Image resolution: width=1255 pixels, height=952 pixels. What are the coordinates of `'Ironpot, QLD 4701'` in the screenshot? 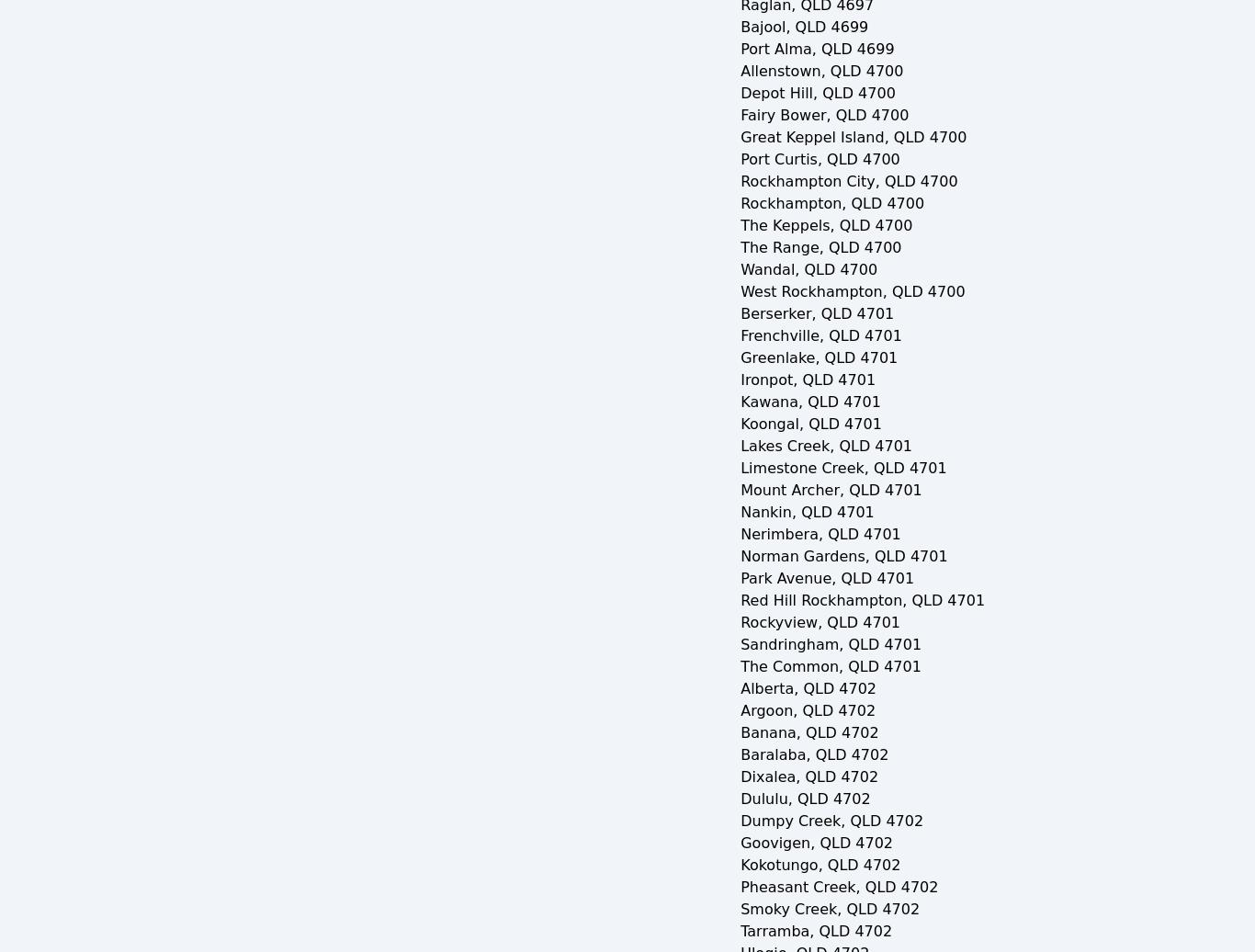 It's located at (807, 380).